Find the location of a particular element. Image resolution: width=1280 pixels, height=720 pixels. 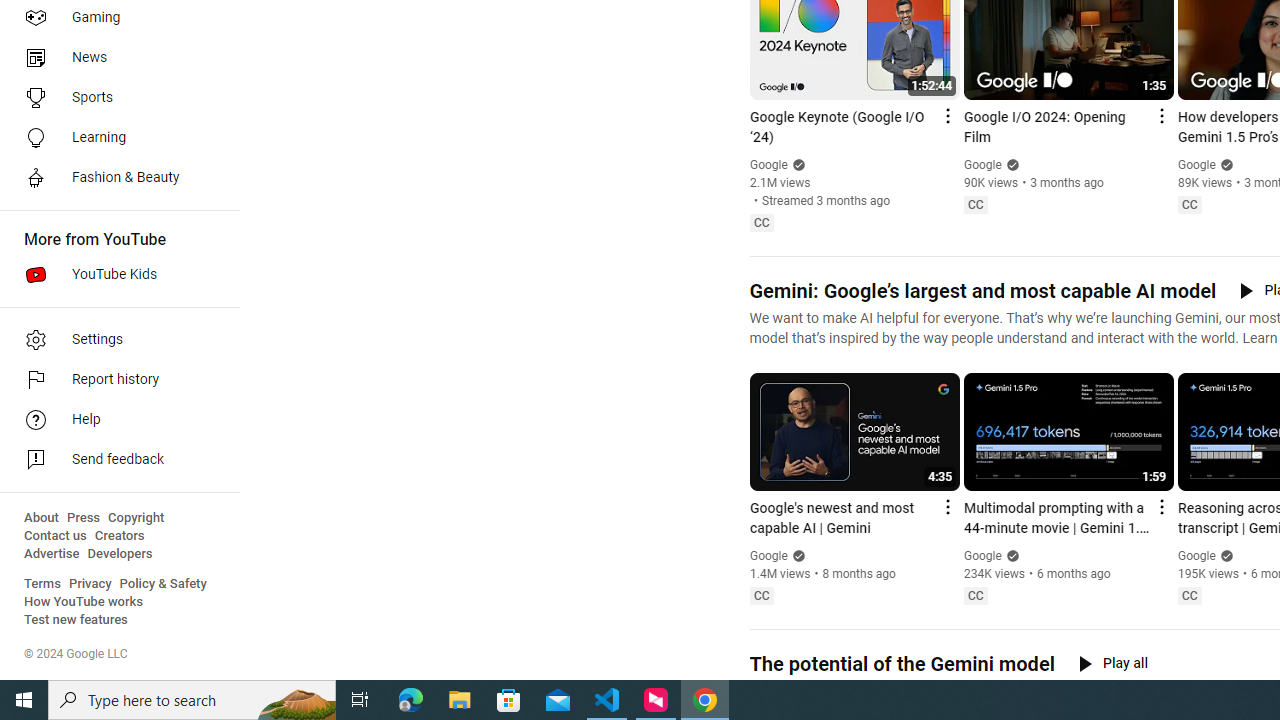

'The potential of the Gemini model' is located at coordinates (900, 664).